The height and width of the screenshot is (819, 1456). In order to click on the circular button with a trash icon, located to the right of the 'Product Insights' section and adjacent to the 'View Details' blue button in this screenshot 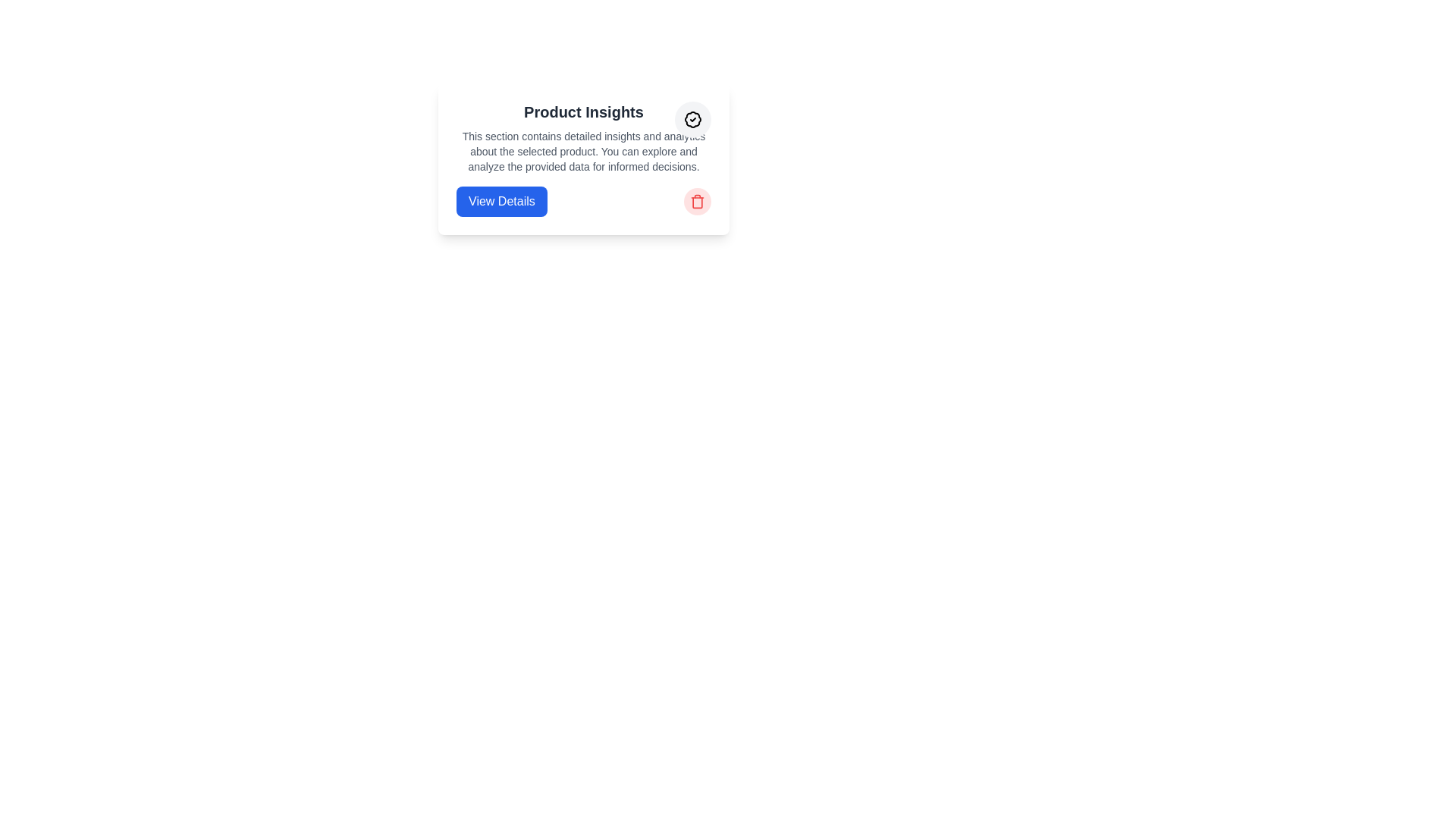, I will do `click(697, 201)`.